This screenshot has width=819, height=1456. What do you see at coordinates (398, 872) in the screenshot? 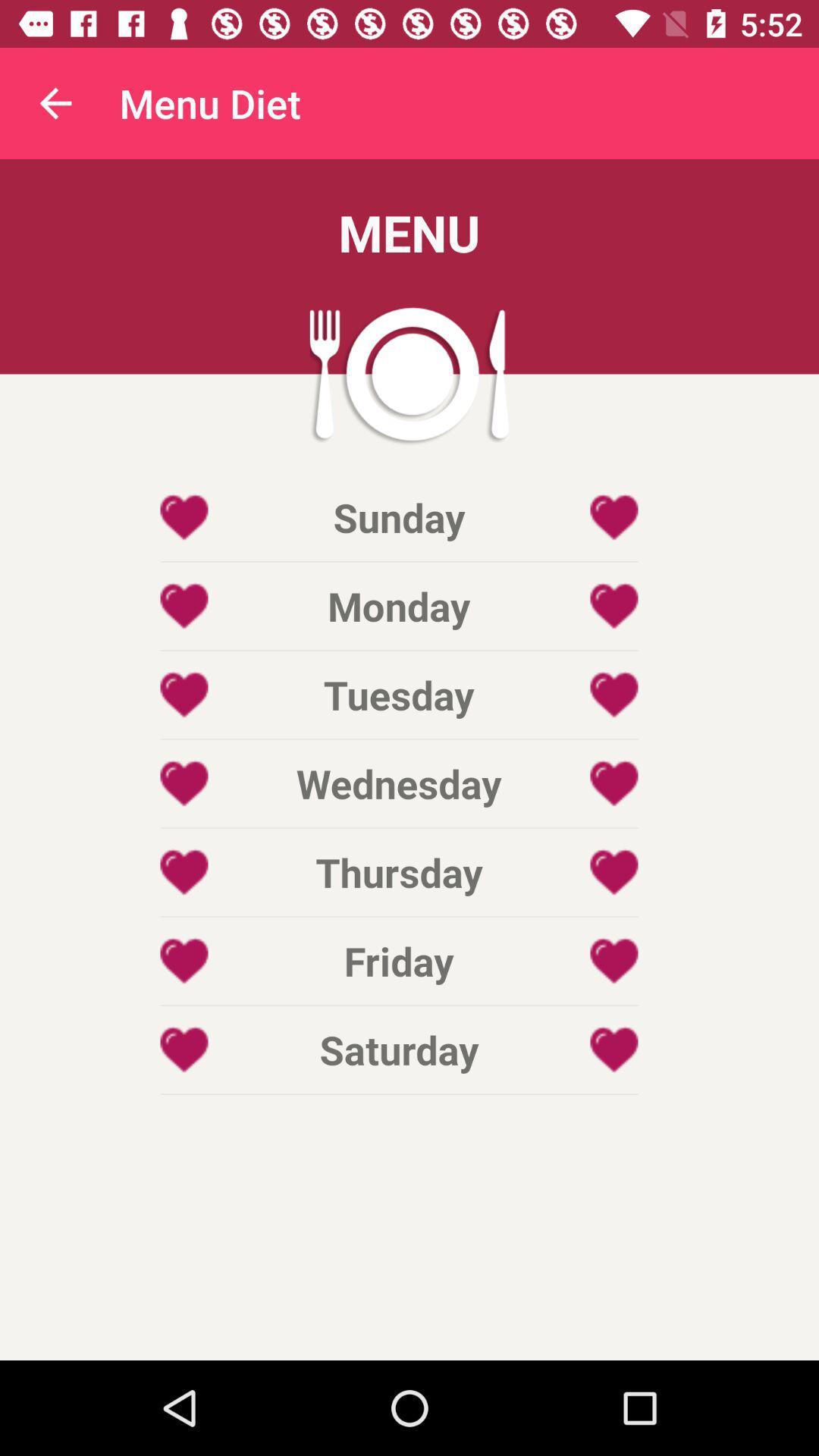
I see `icon above friday` at bounding box center [398, 872].